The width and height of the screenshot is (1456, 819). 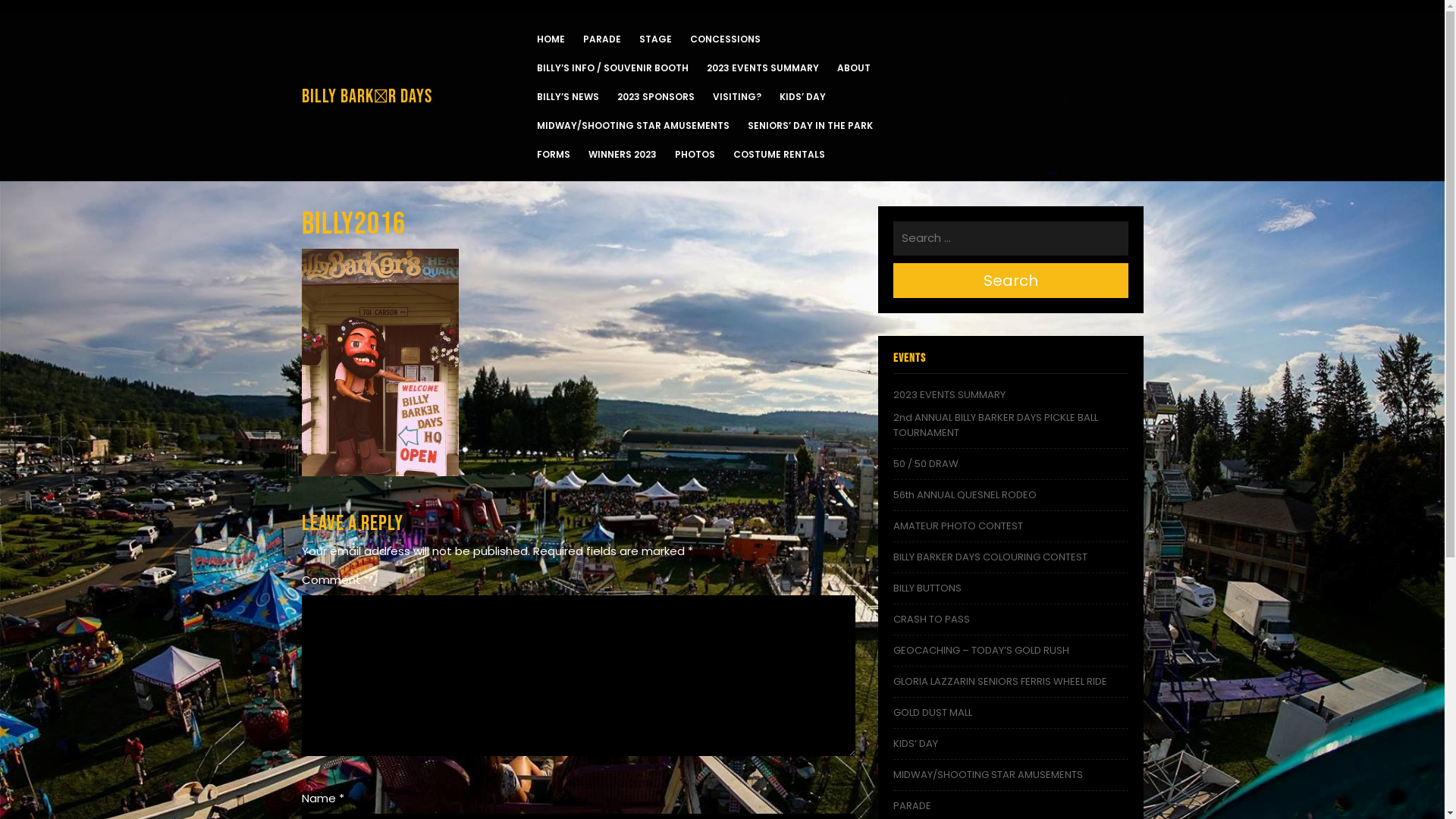 What do you see at coordinates (582, 38) in the screenshot?
I see `'PARADE'` at bounding box center [582, 38].